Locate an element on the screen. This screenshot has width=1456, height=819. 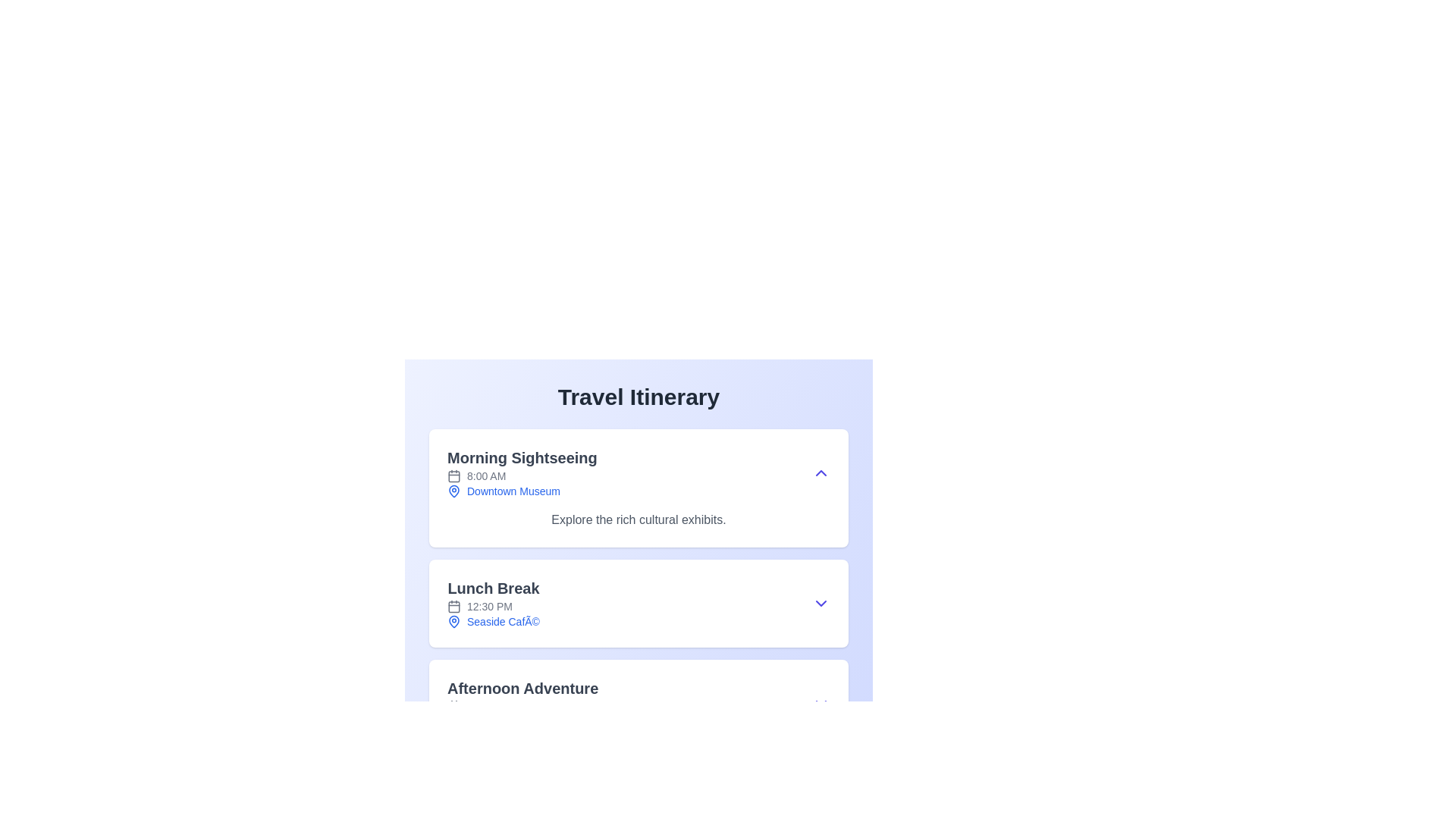
the static text label or header for the 'Lunch Break' section, which serves as a title for this activity and is positioned at the top of the block is located at coordinates (493, 587).